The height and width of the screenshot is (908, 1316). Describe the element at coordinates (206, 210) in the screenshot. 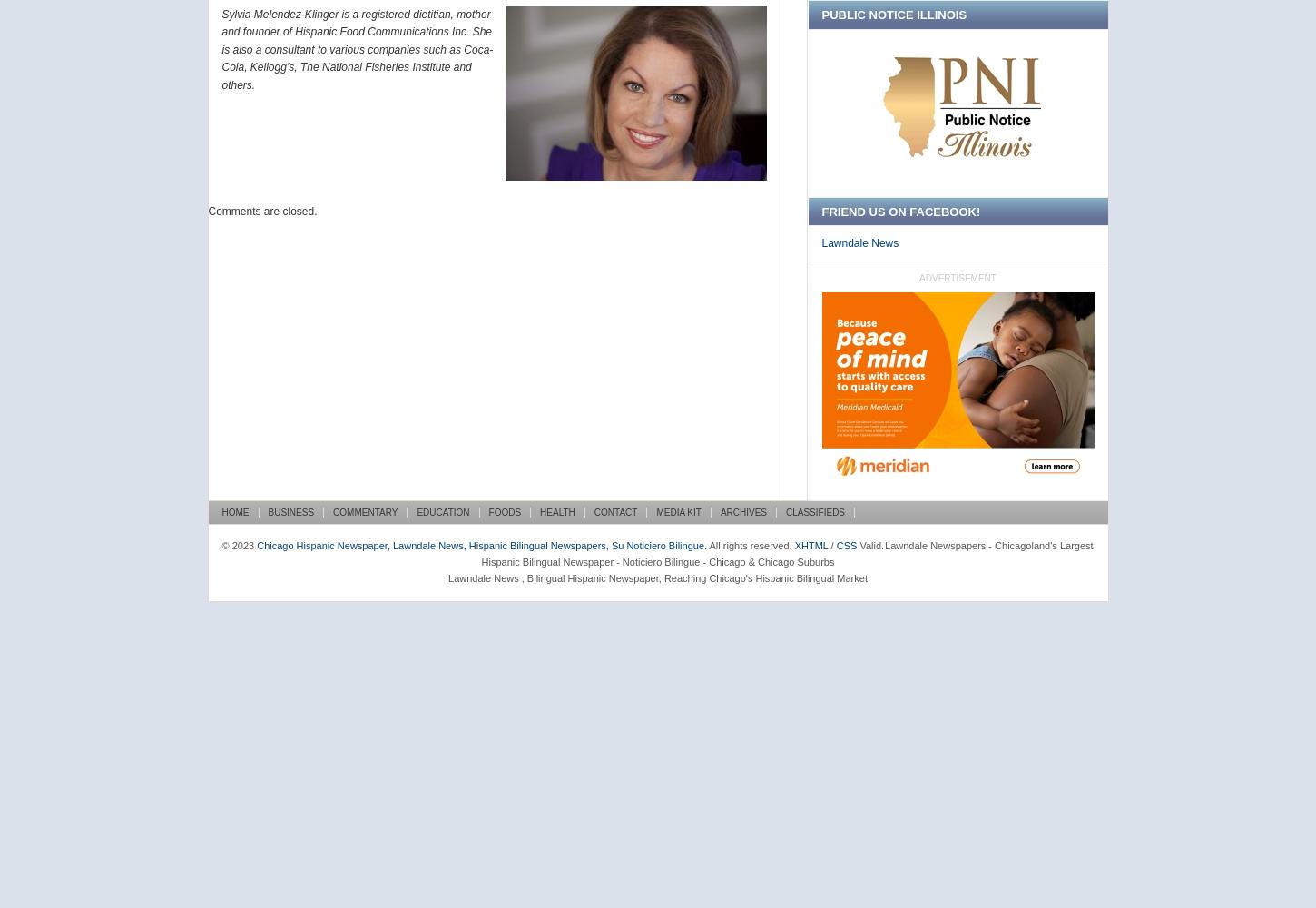

I see `'Comments are closed.'` at that location.